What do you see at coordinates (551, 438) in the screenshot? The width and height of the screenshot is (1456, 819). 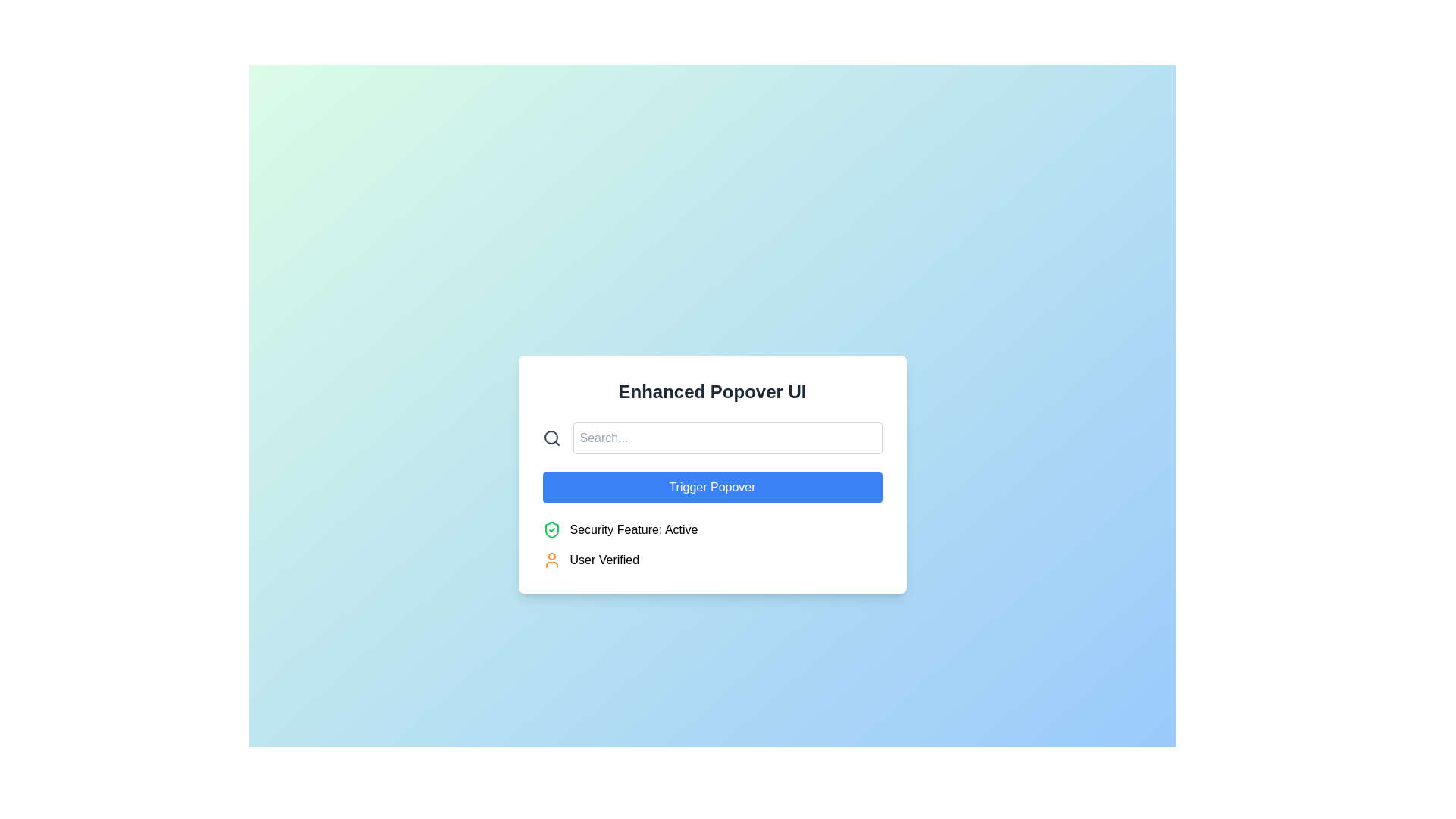 I see `the decorative or functional search icon located to the left of the search text input box` at bounding box center [551, 438].